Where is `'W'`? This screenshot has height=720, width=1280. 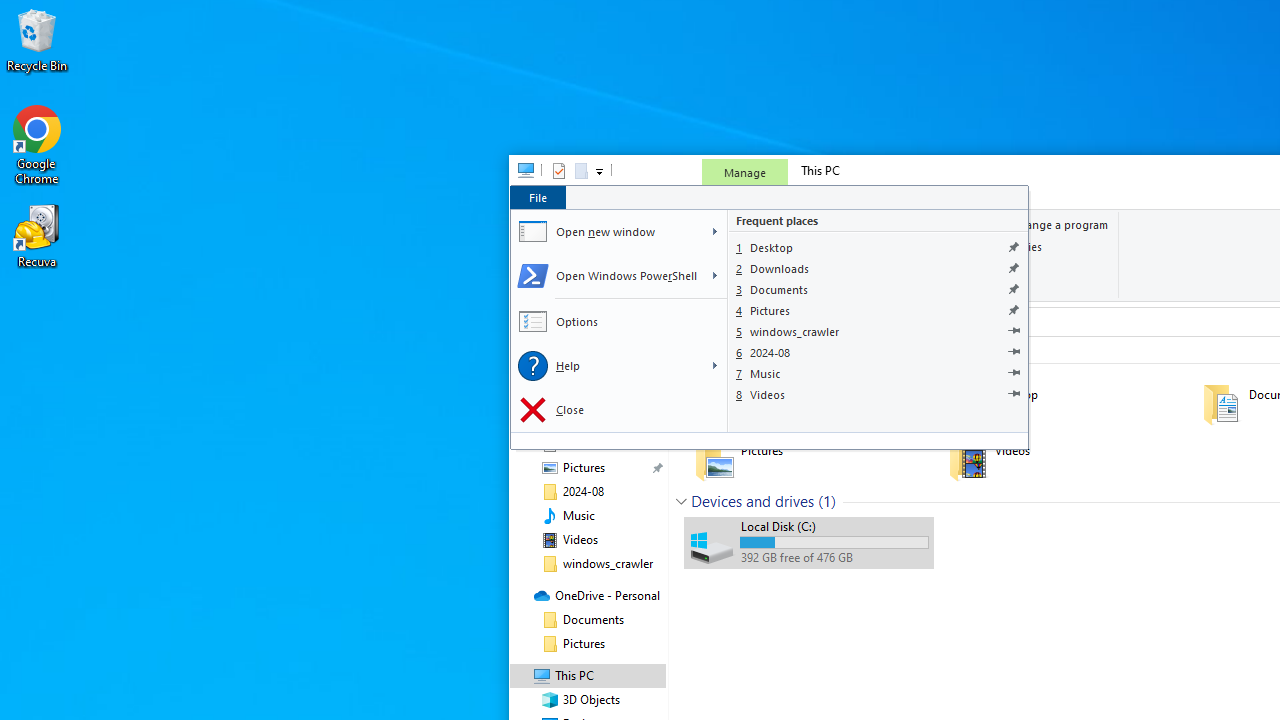
'W' is located at coordinates (714, 231).